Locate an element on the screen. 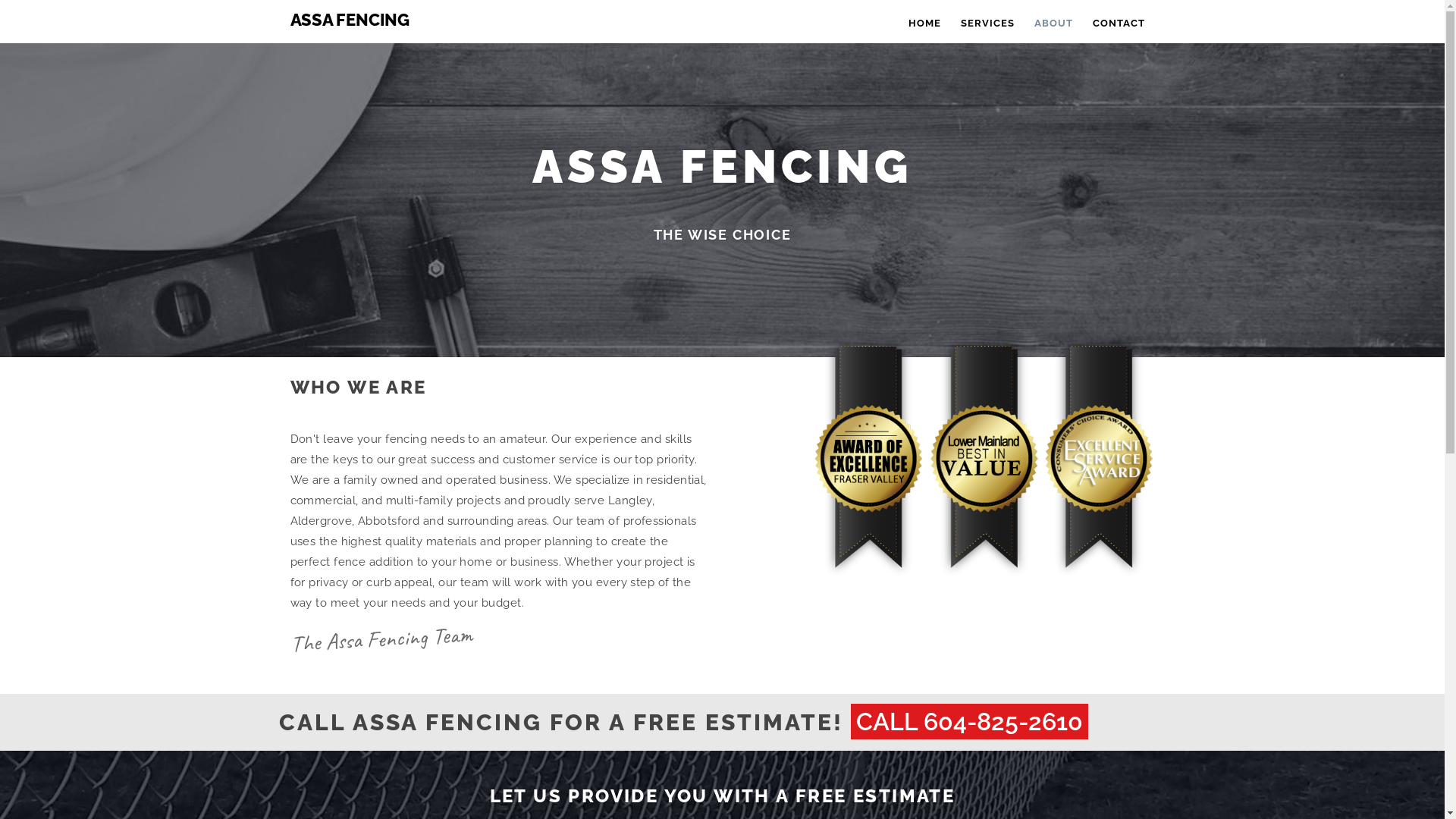 Image resolution: width=1456 pixels, height=819 pixels. 'SERVICES' is located at coordinates (987, 20).